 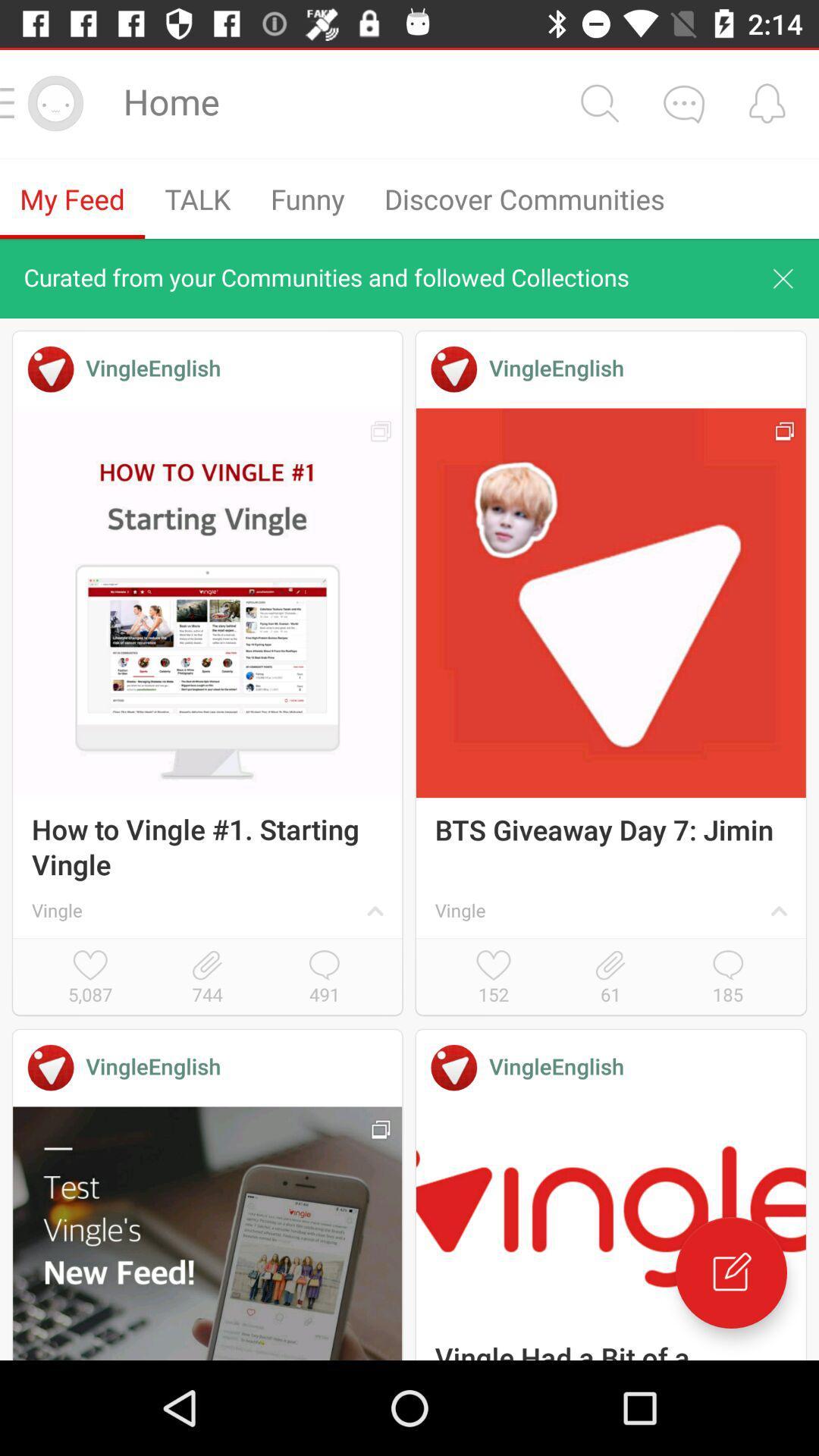 I want to click on 5,087, so click(x=90, y=978).